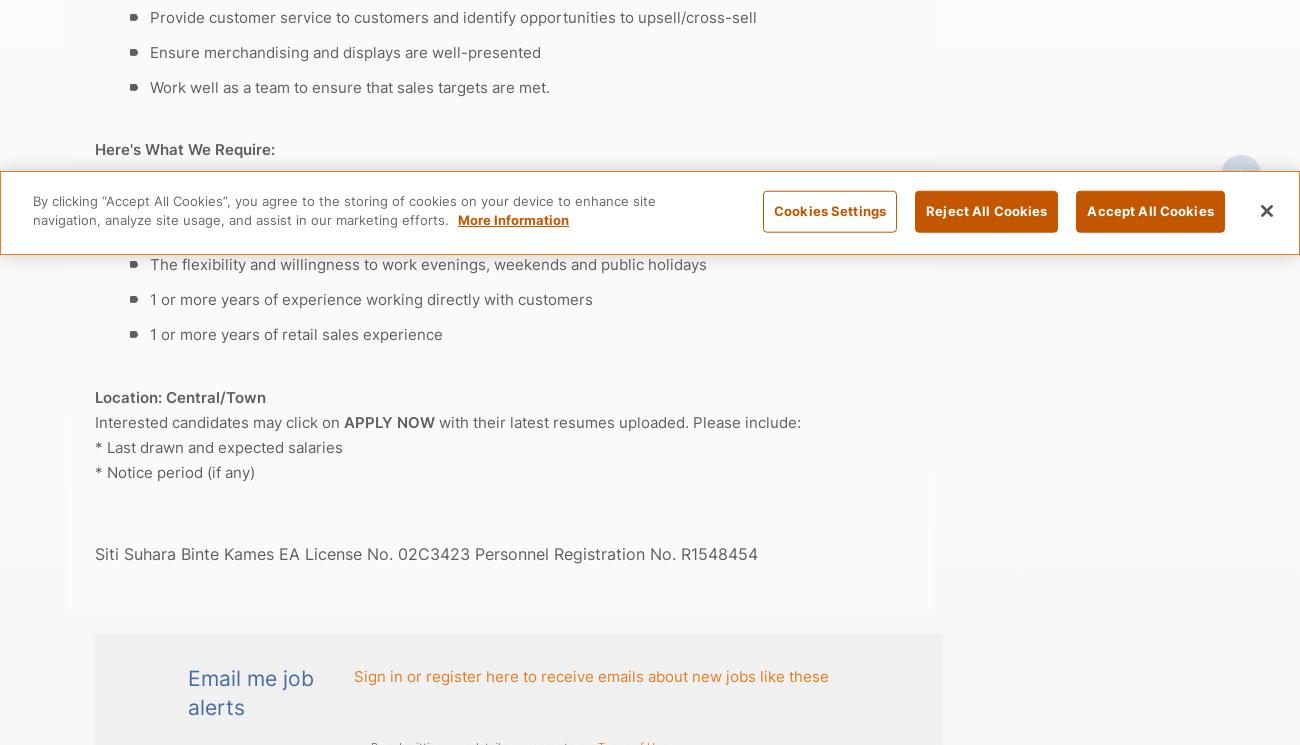  What do you see at coordinates (370, 299) in the screenshot?
I see `'1 or more years of experience working directly with customers'` at bounding box center [370, 299].